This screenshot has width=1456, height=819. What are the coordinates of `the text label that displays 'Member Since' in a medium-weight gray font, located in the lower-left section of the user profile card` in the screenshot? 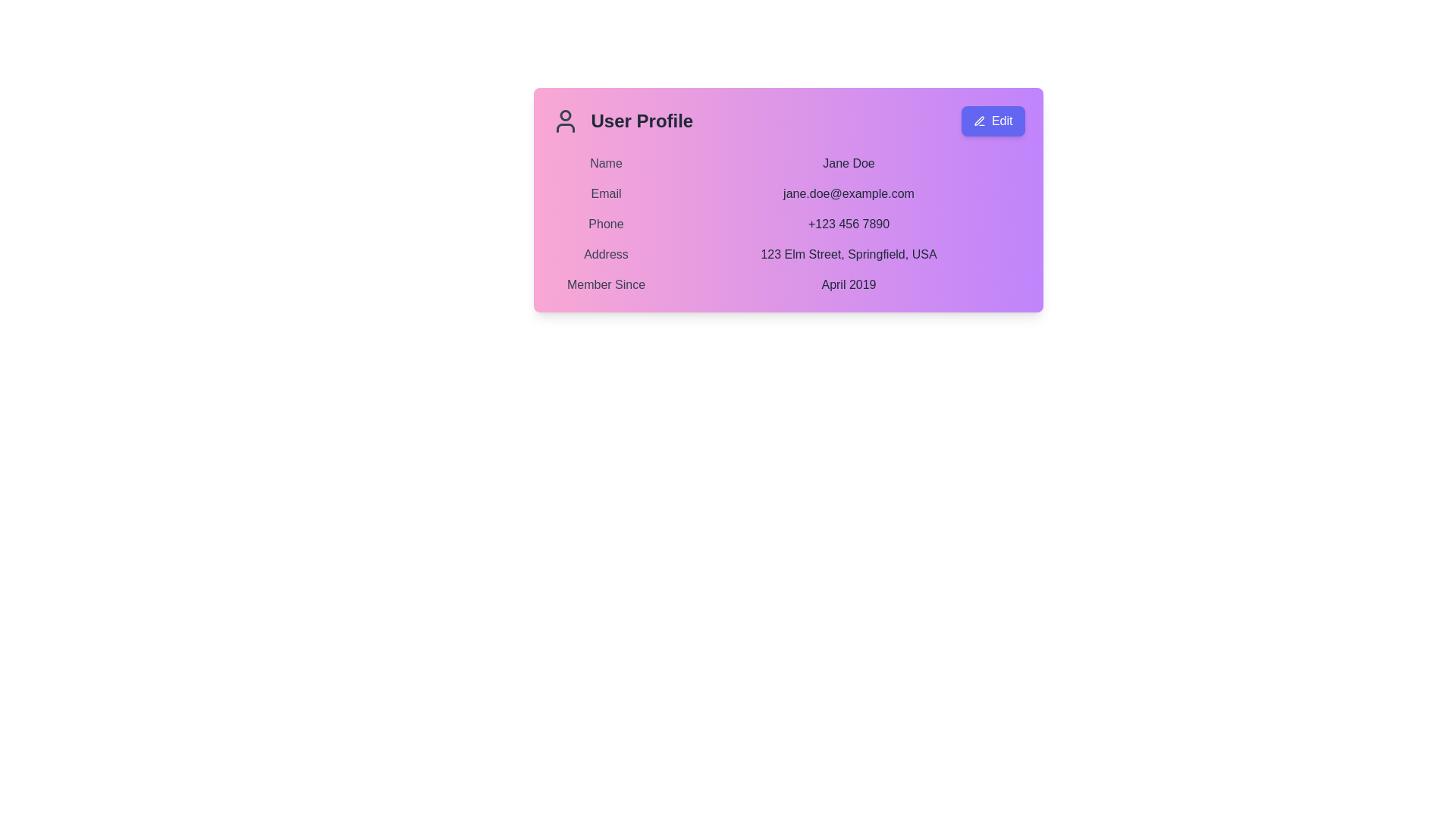 It's located at (605, 284).